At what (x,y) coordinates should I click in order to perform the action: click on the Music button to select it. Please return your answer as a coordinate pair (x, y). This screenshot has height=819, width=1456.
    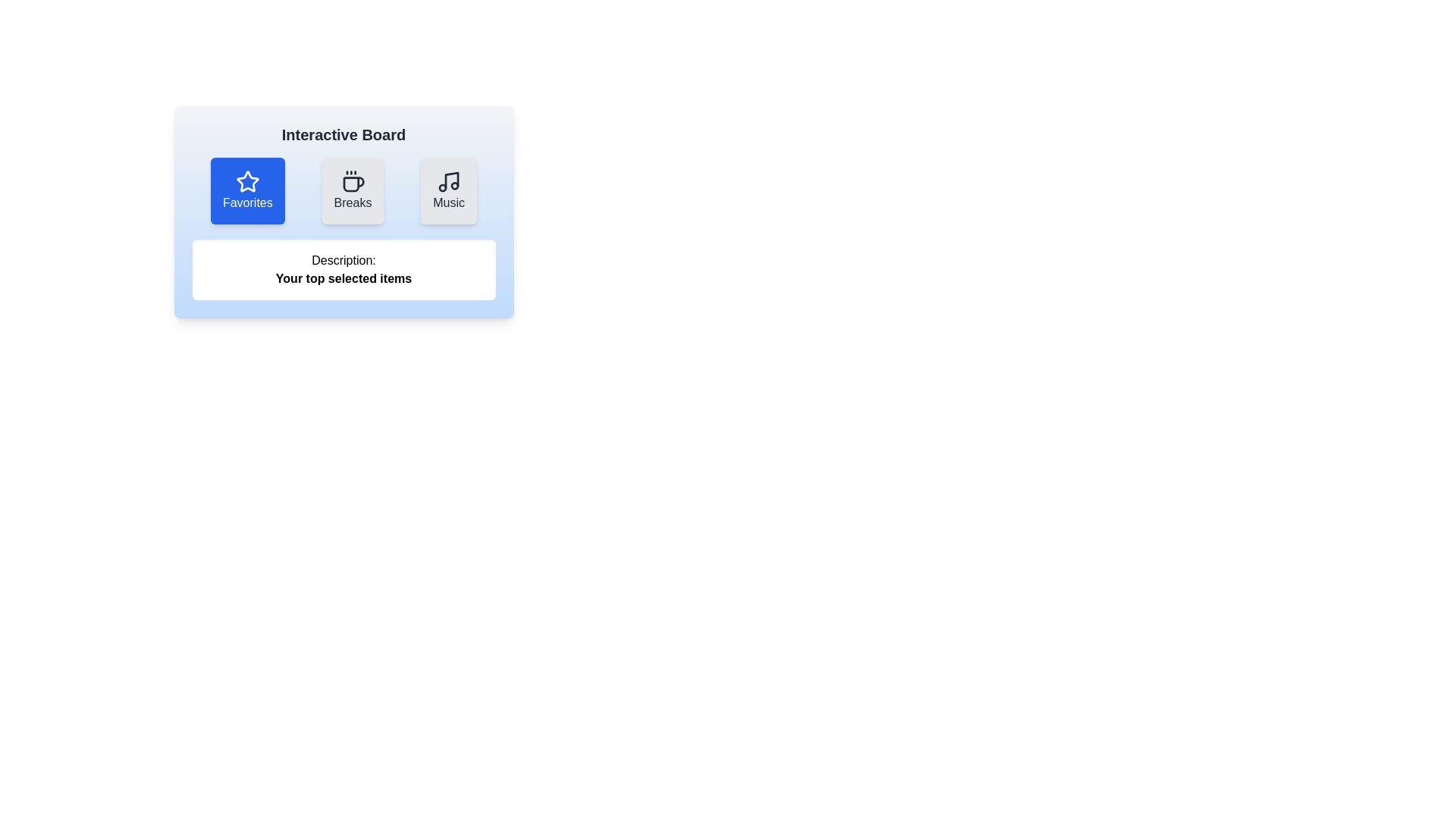
    Looking at the image, I should click on (448, 190).